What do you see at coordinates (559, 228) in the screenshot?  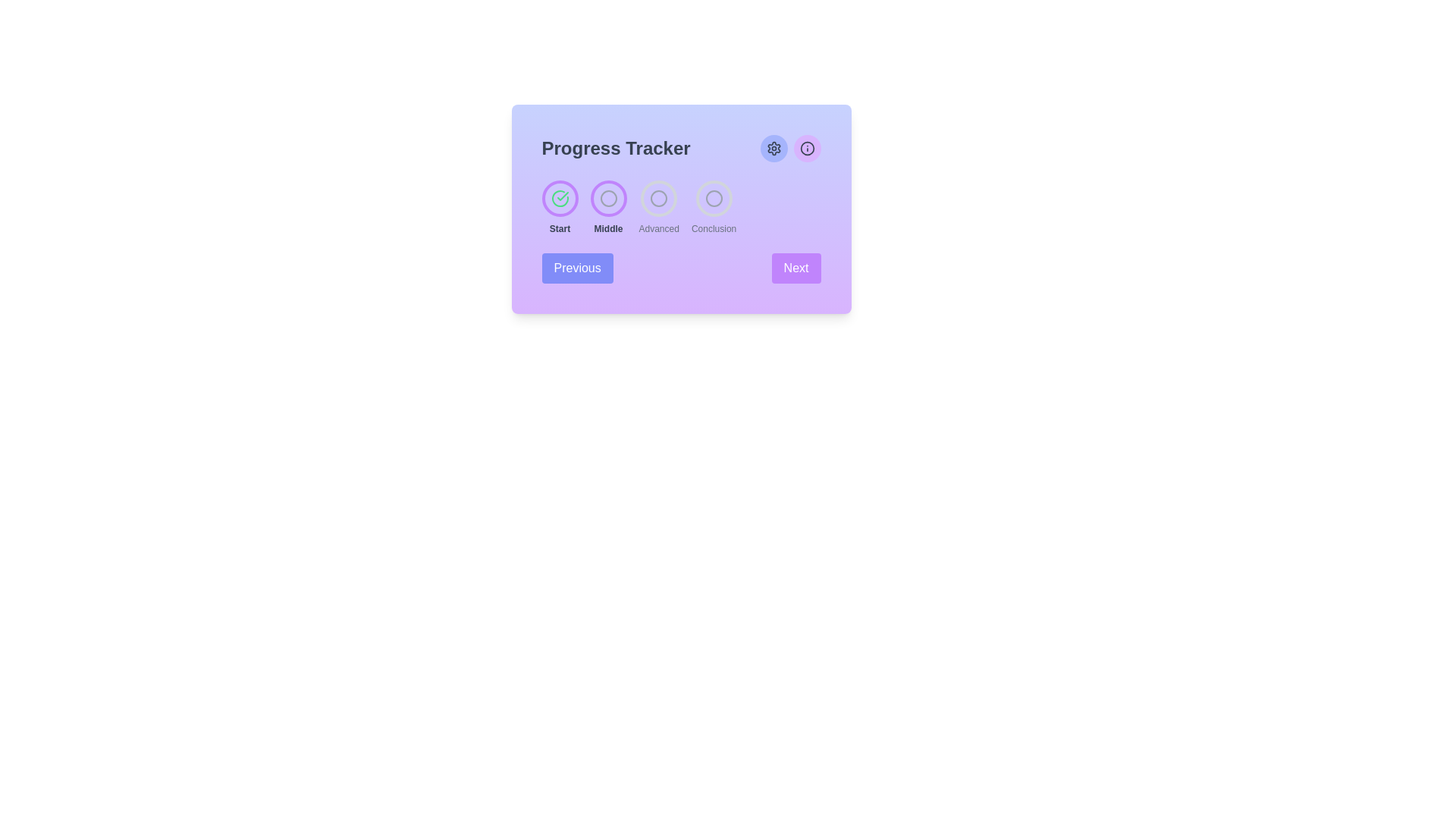 I see `the static text label that indicates the current step in the Progress Tracker, specifically the first labeled step 'Start', located below a circular icon with a green check mark` at bounding box center [559, 228].